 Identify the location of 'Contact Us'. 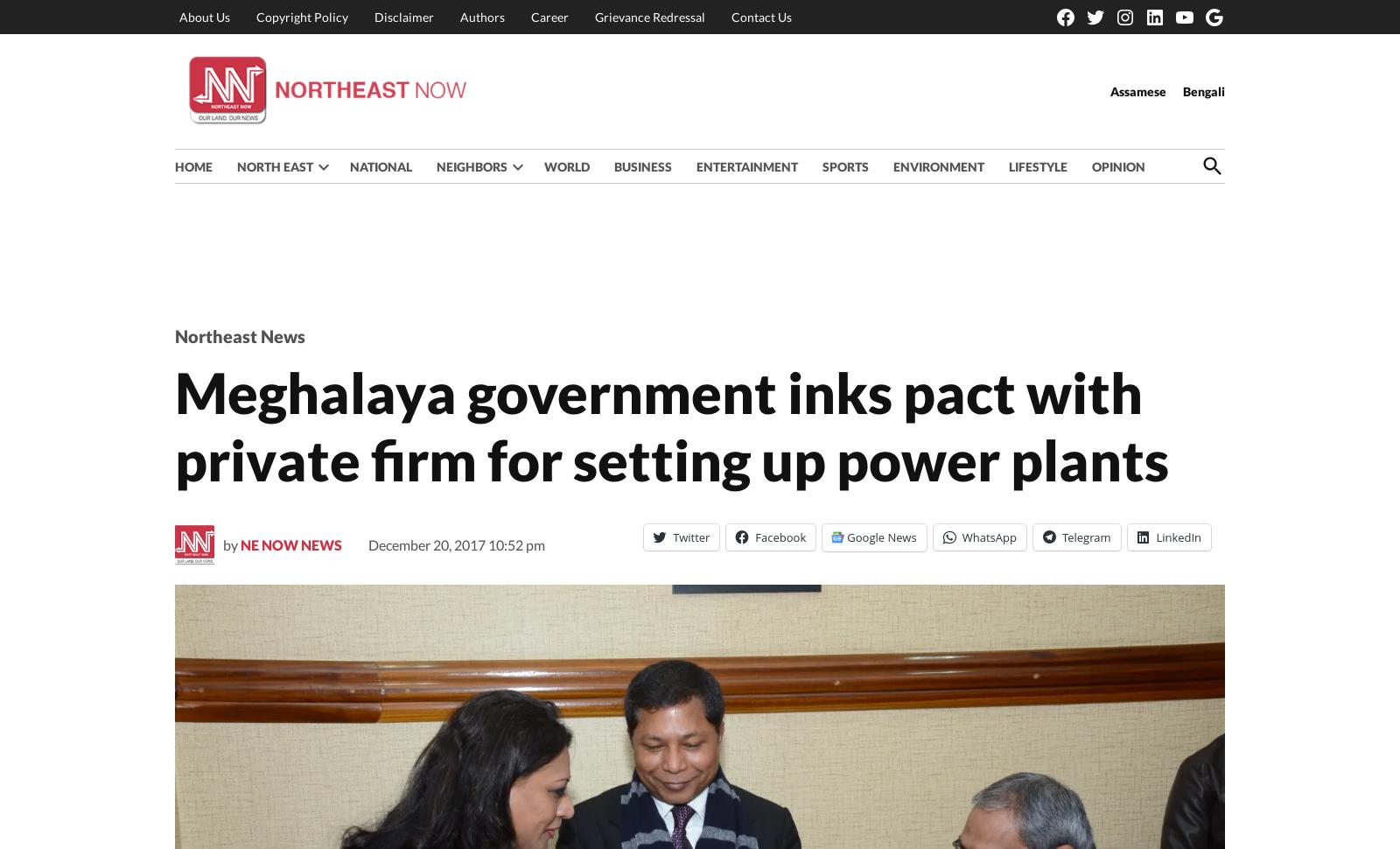
(760, 16).